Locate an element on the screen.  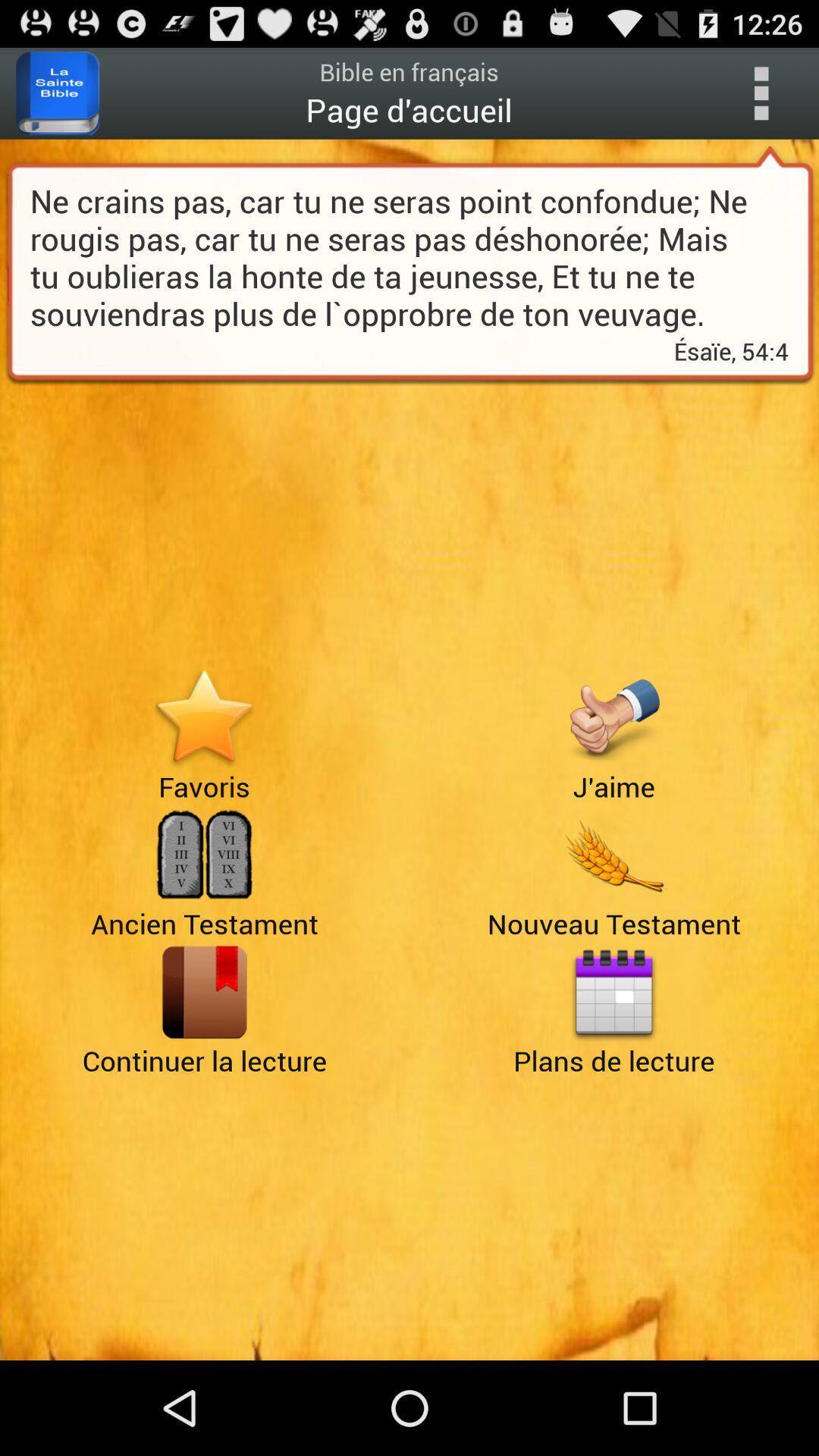
page is located at coordinates (203, 992).